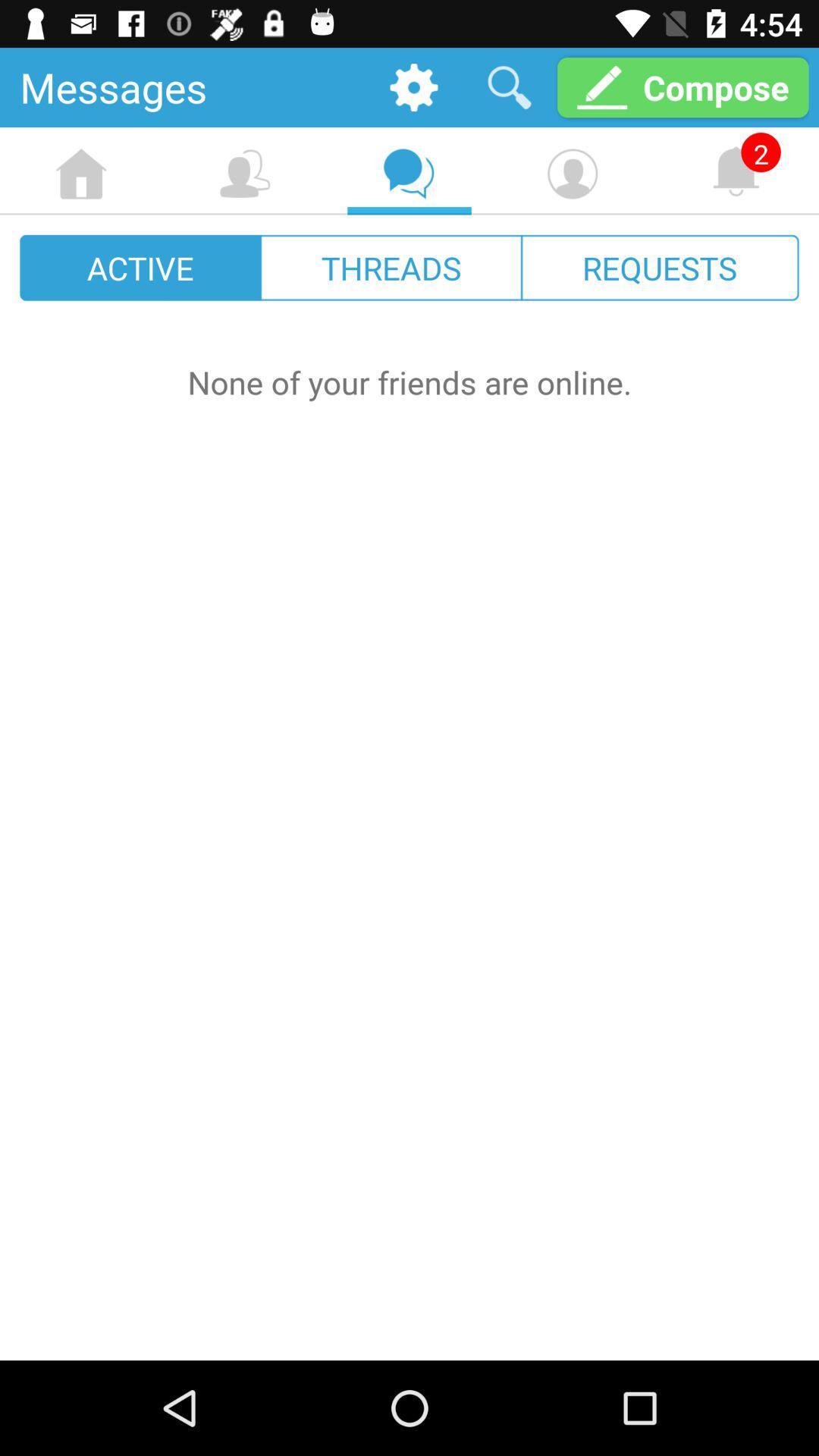 The image size is (819, 1456). Describe the element at coordinates (414, 86) in the screenshot. I see `the item next to the messages` at that location.